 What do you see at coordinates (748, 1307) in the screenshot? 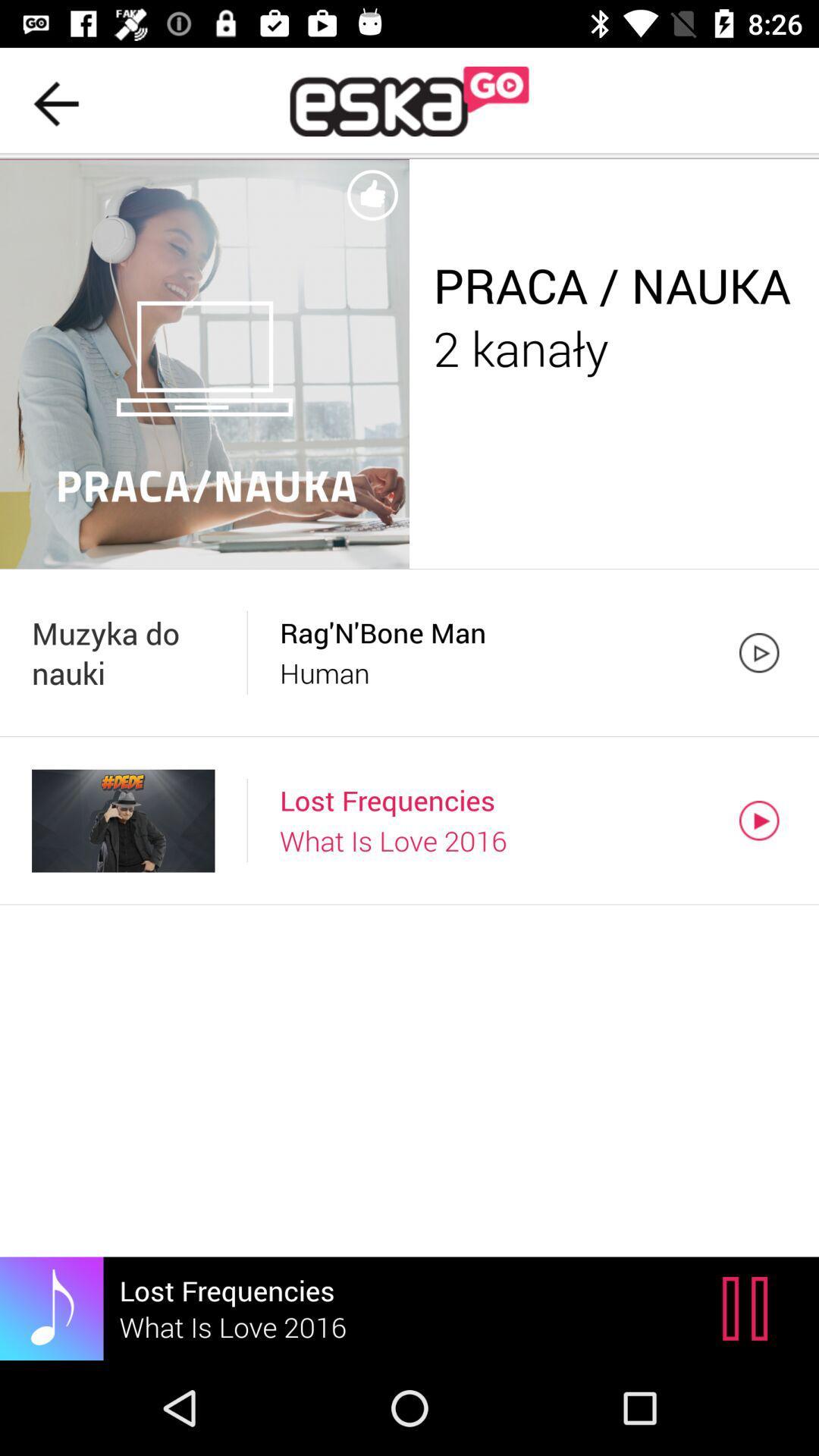
I see `item below what is love item` at bounding box center [748, 1307].